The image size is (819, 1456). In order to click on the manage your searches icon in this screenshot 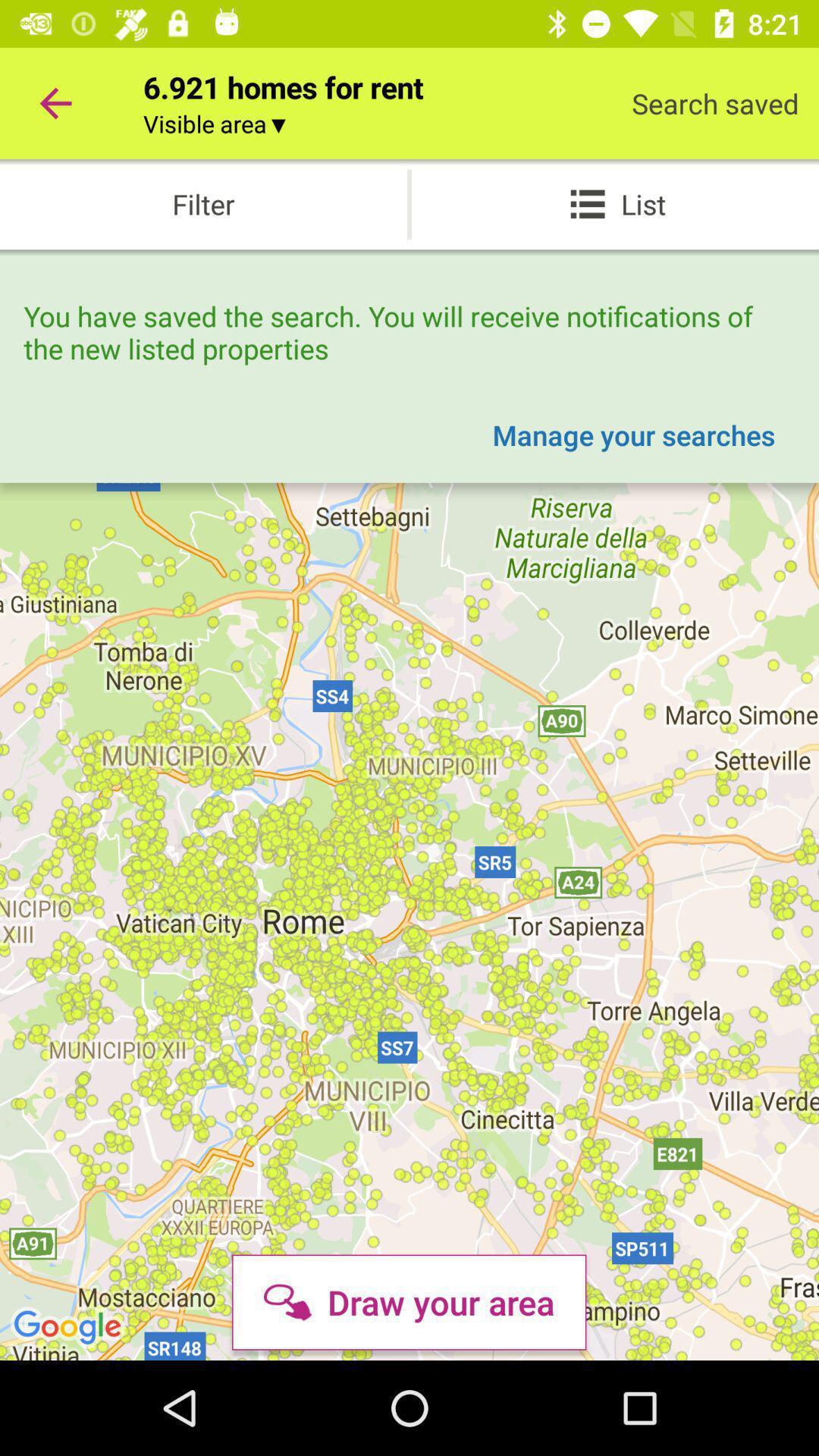, I will do `click(633, 434)`.